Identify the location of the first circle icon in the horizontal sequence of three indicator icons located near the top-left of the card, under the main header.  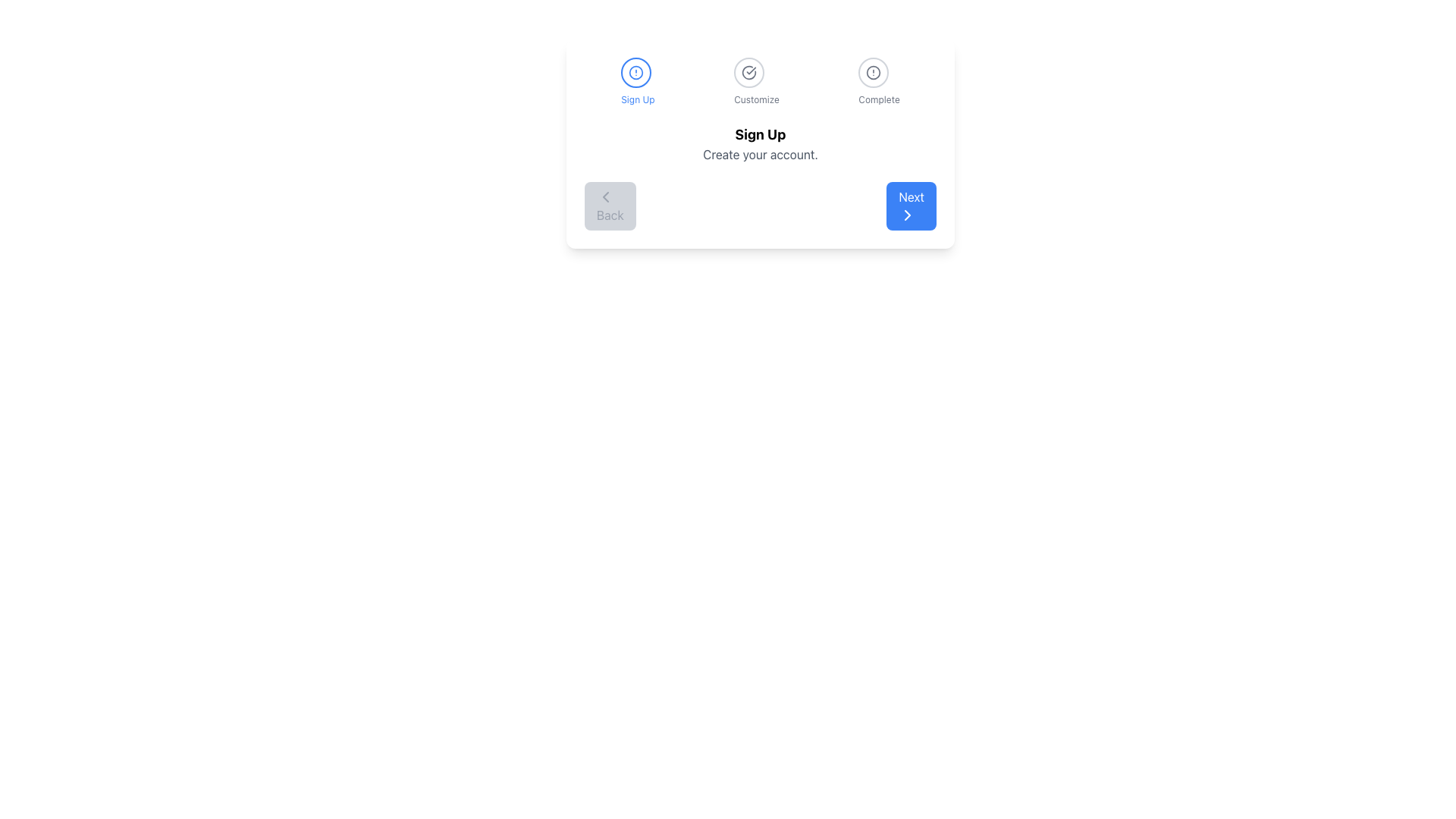
(636, 73).